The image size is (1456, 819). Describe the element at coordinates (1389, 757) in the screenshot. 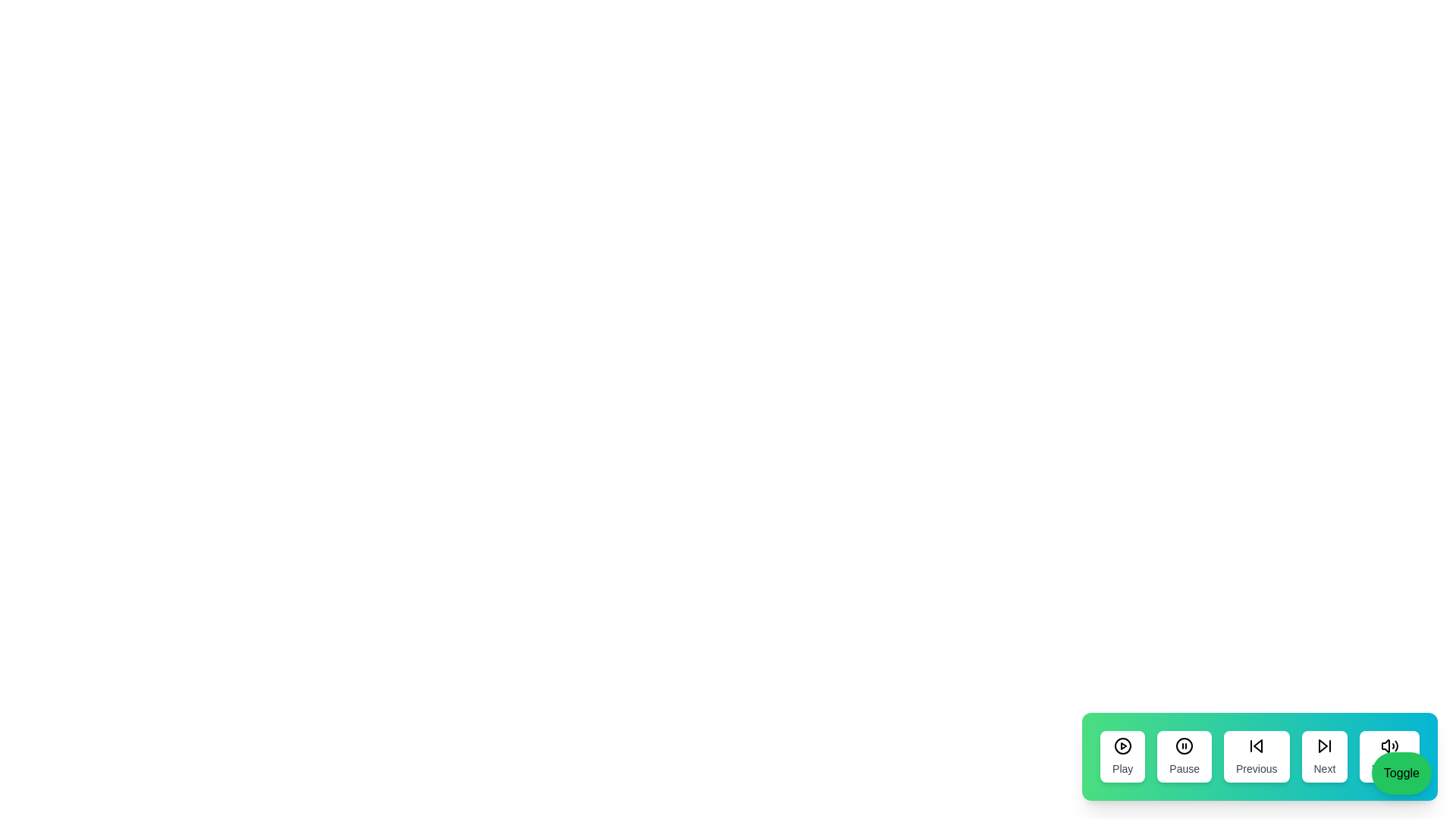

I see `the 'Volume' button to adjust the volume` at that location.